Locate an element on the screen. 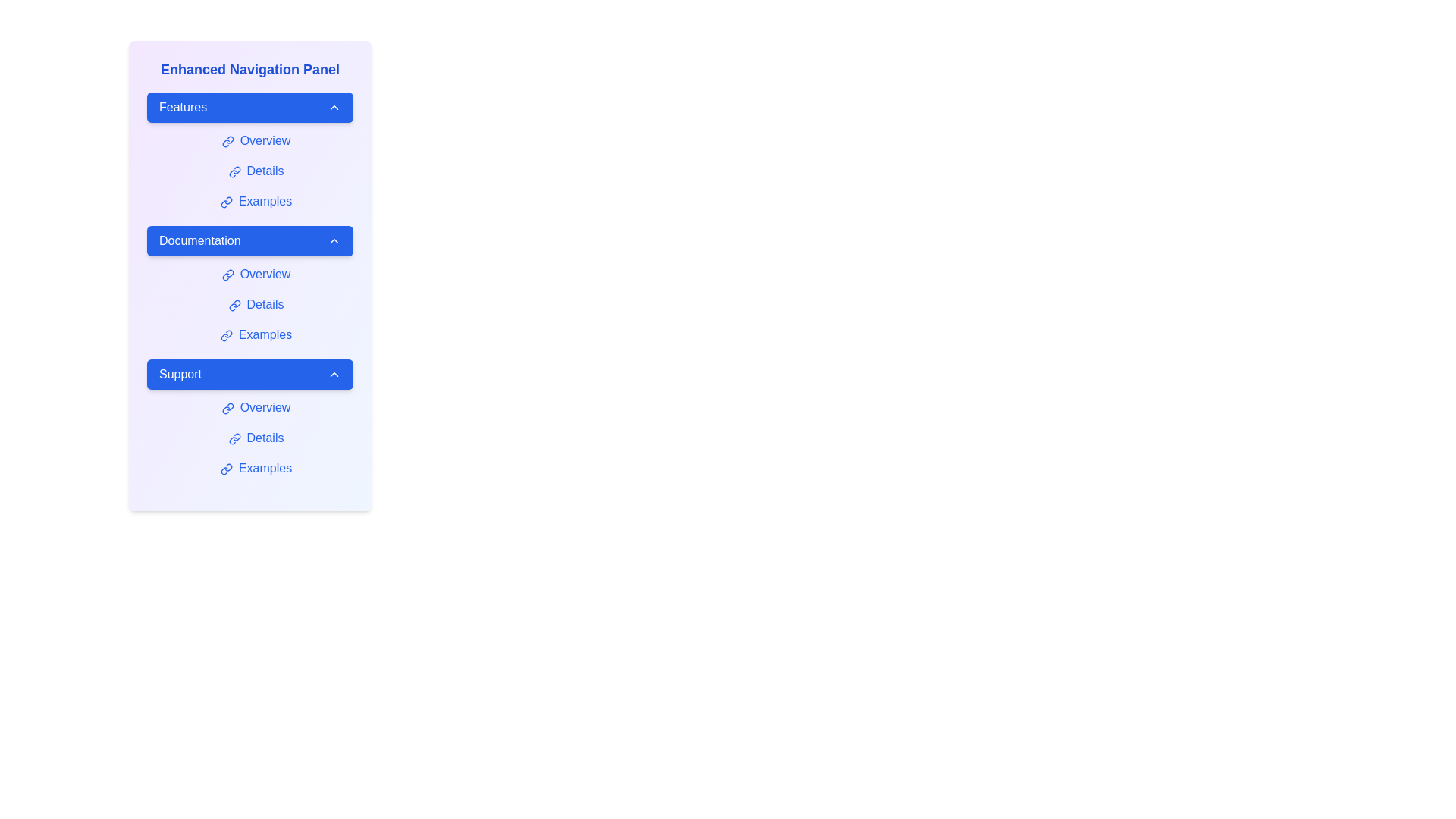  the 'Details' hyperlink, which is styled with blue text and an underline, located in the 'Support' section of the navigation panel is located at coordinates (256, 438).